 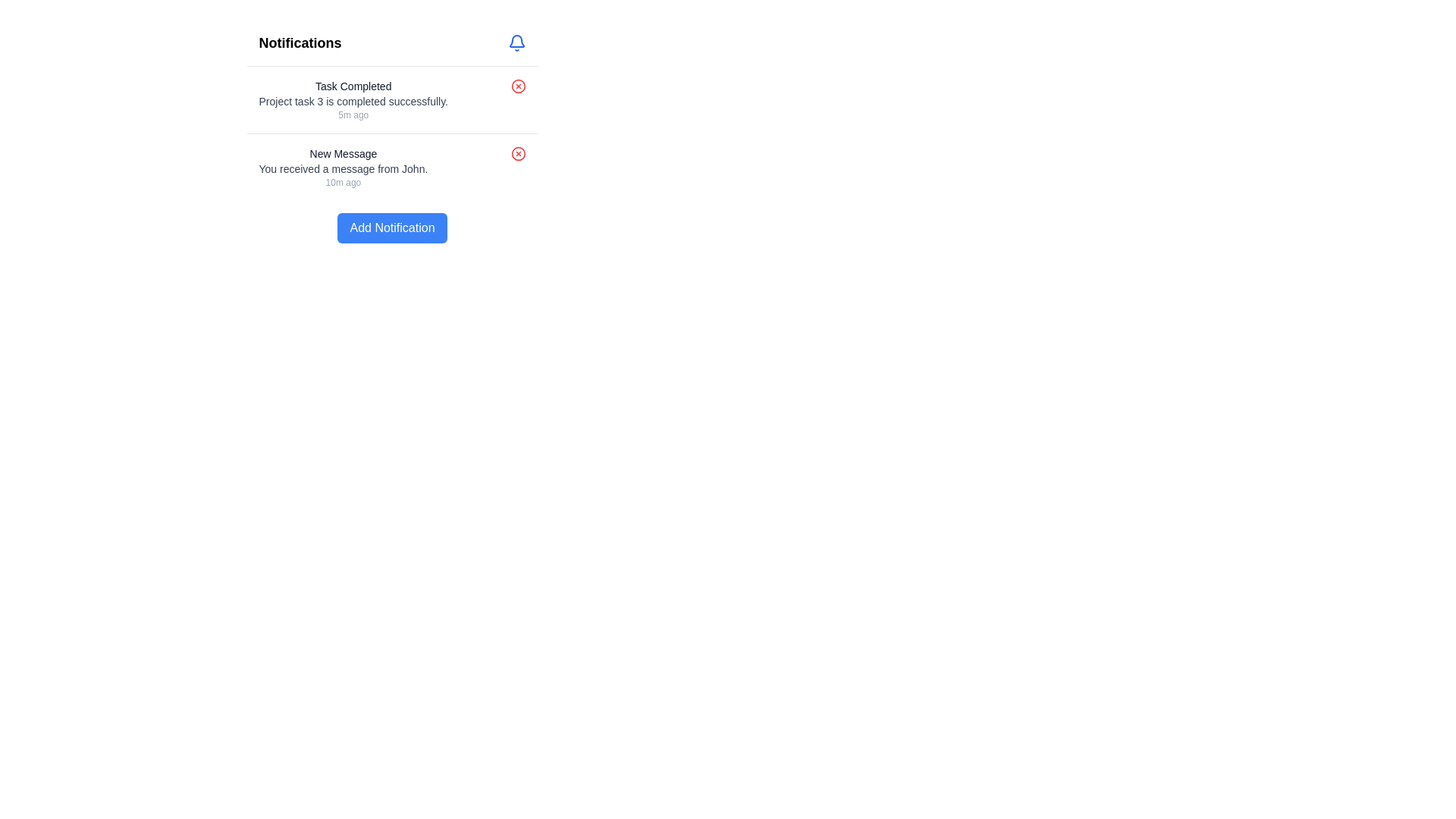 What do you see at coordinates (353, 114) in the screenshot?
I see `the Text Label that displays the relative timestamp in the 'Task Completed' notification card` at bounding box center [353, 114].